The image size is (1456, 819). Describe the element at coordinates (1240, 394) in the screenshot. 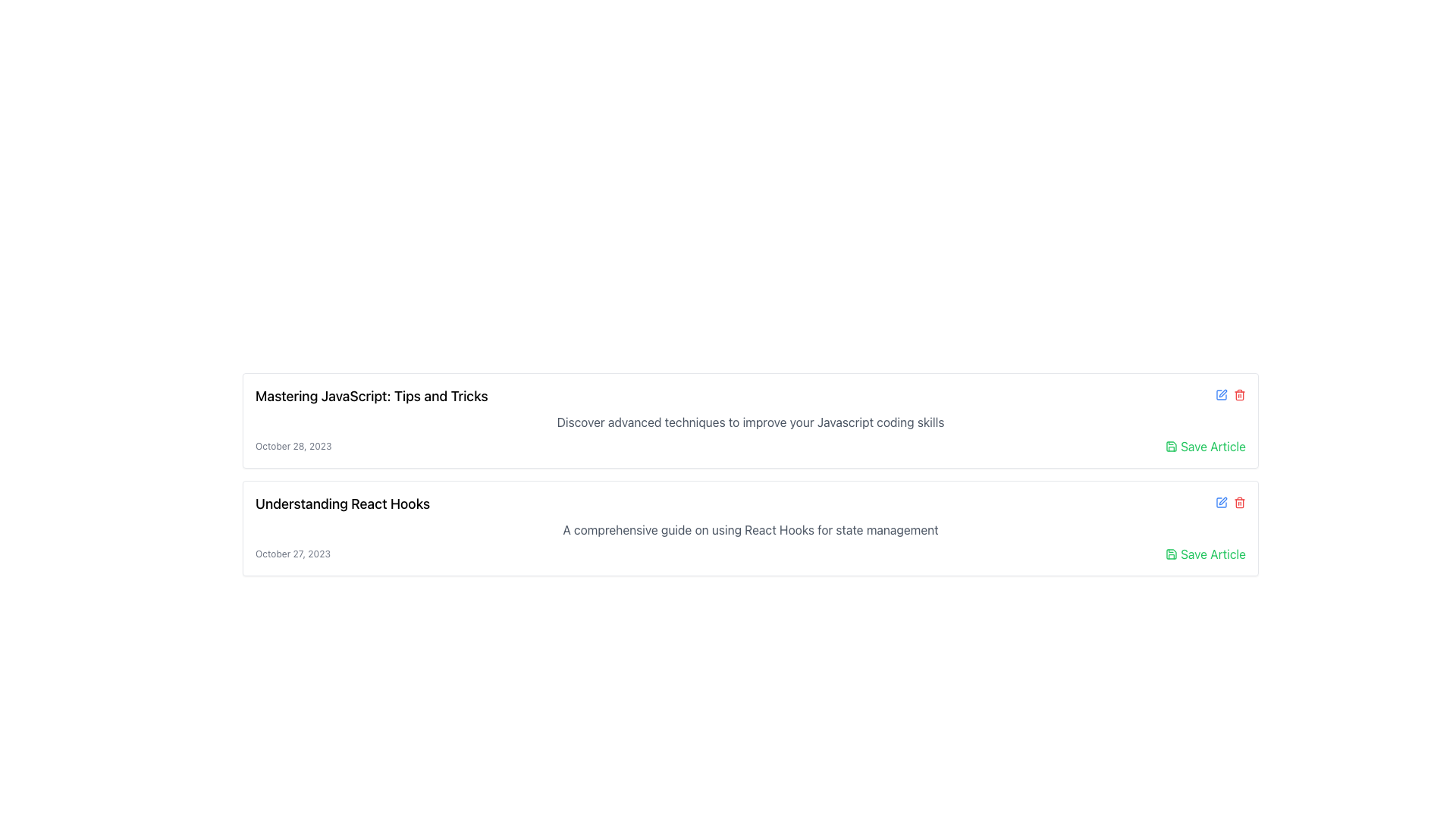

I see `the delete button located at the right end of the row containing the article 'Mastering JavaScript: Tips and Tricks'` at that location.